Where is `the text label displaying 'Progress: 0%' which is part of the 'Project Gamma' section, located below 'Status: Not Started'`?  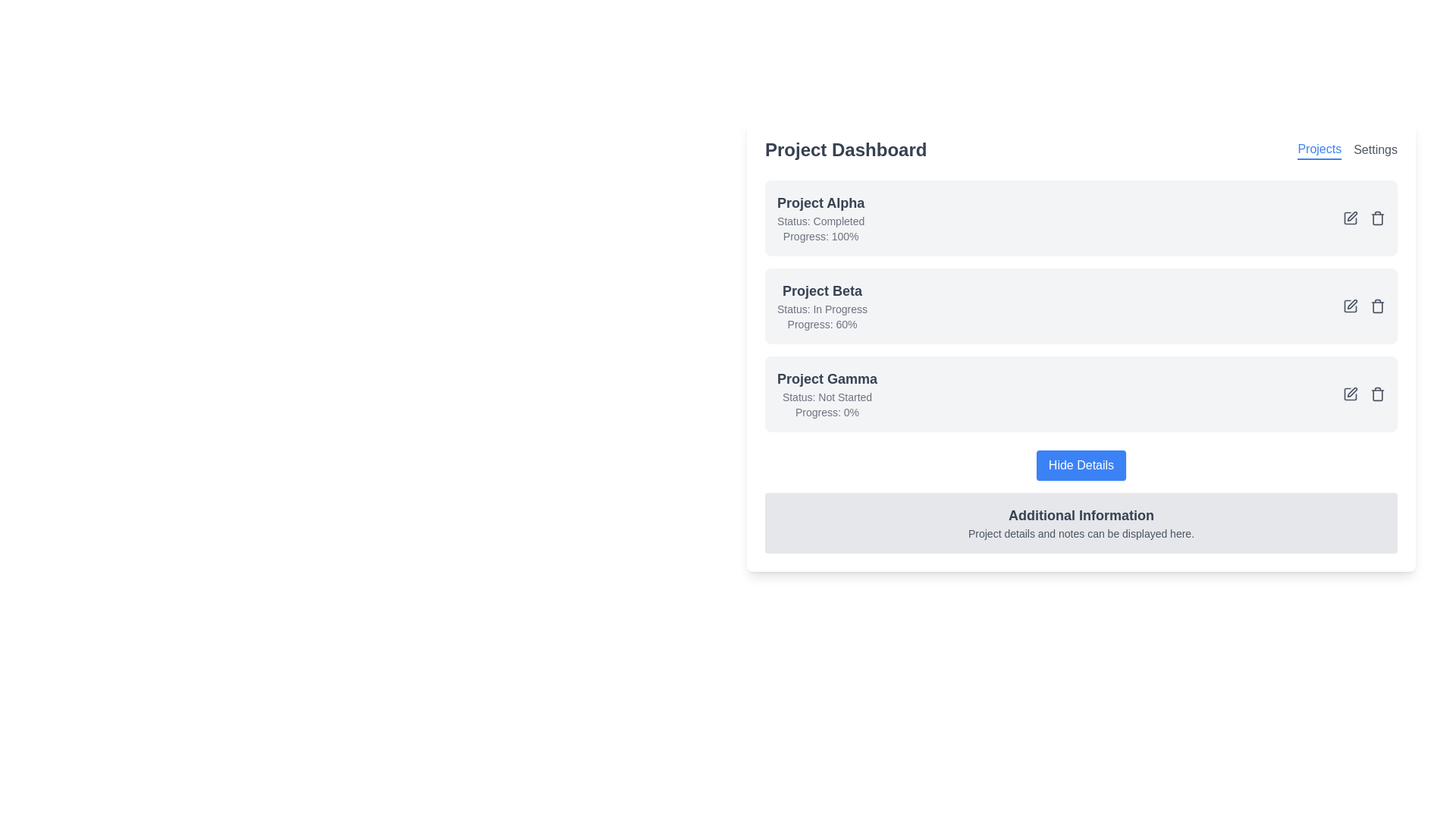
the text label displaying 'Progress: 0%' which is part of the 'Project Gamma' section, located below 'Status: Not Started' is located at coordinates (826, 412).